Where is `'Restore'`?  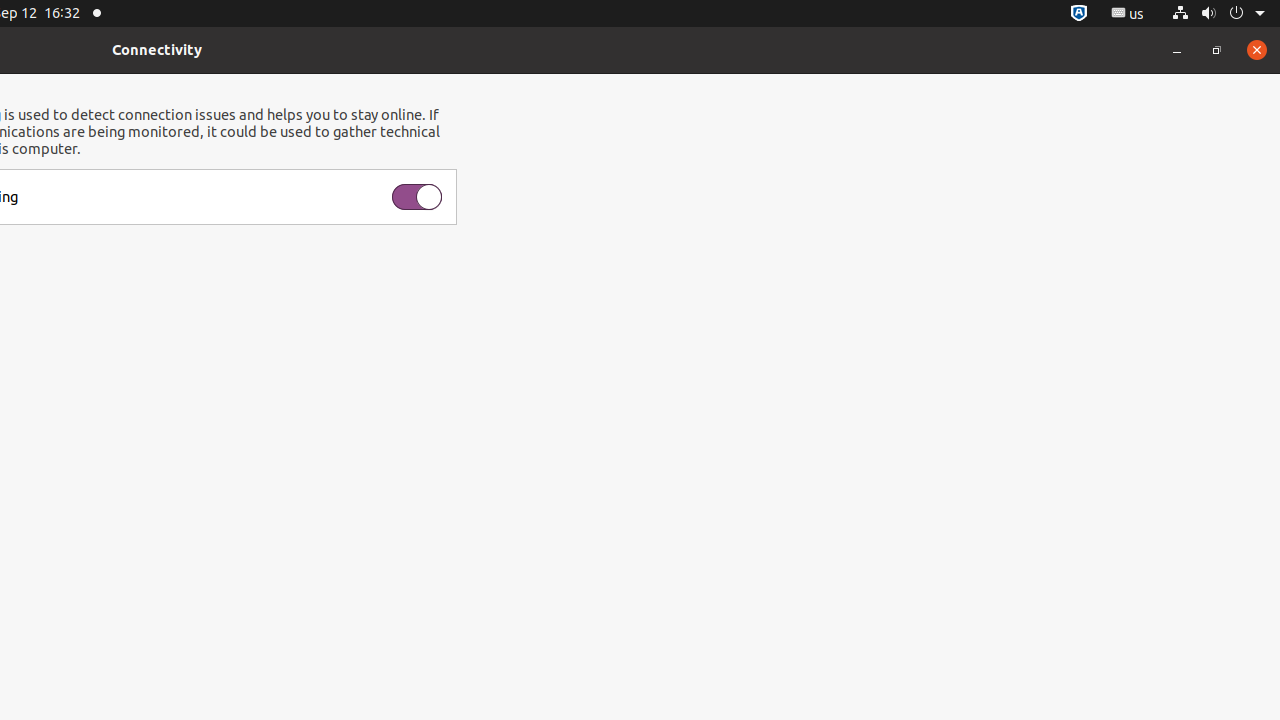
'Restore' is located at coordinates (1216, 48).